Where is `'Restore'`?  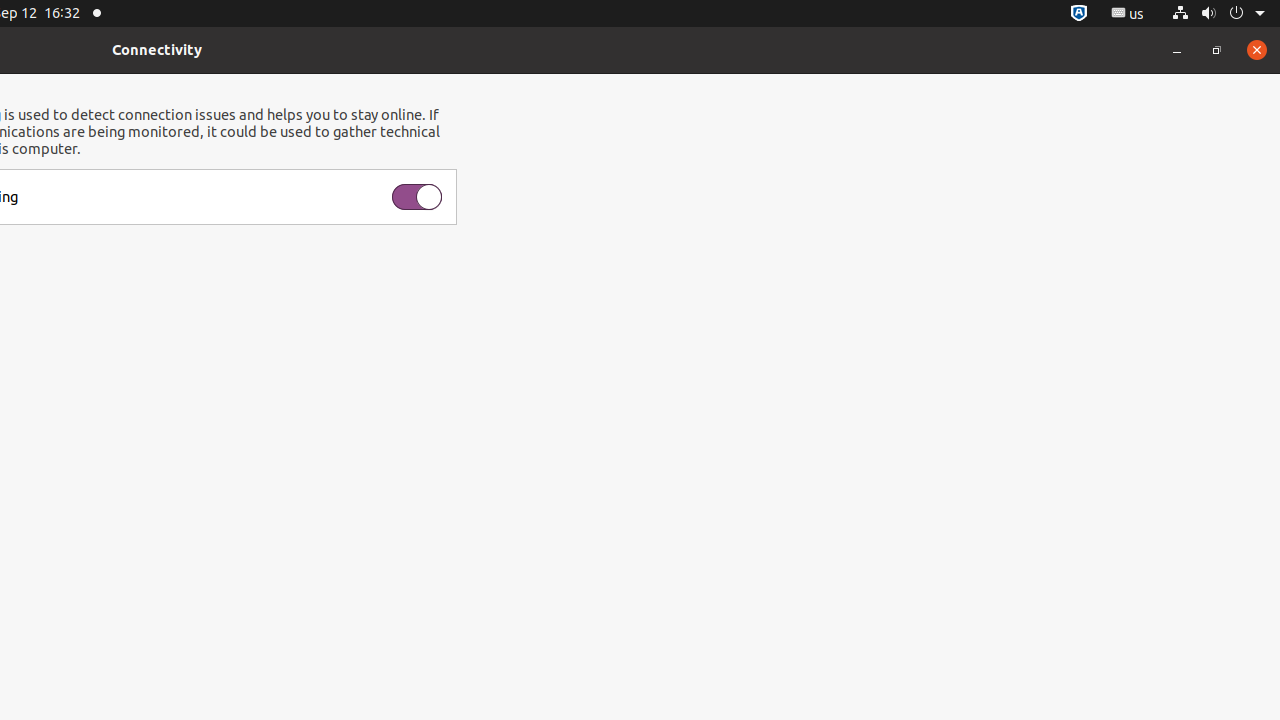
'Restore' is located at coordinates (1216, 48).